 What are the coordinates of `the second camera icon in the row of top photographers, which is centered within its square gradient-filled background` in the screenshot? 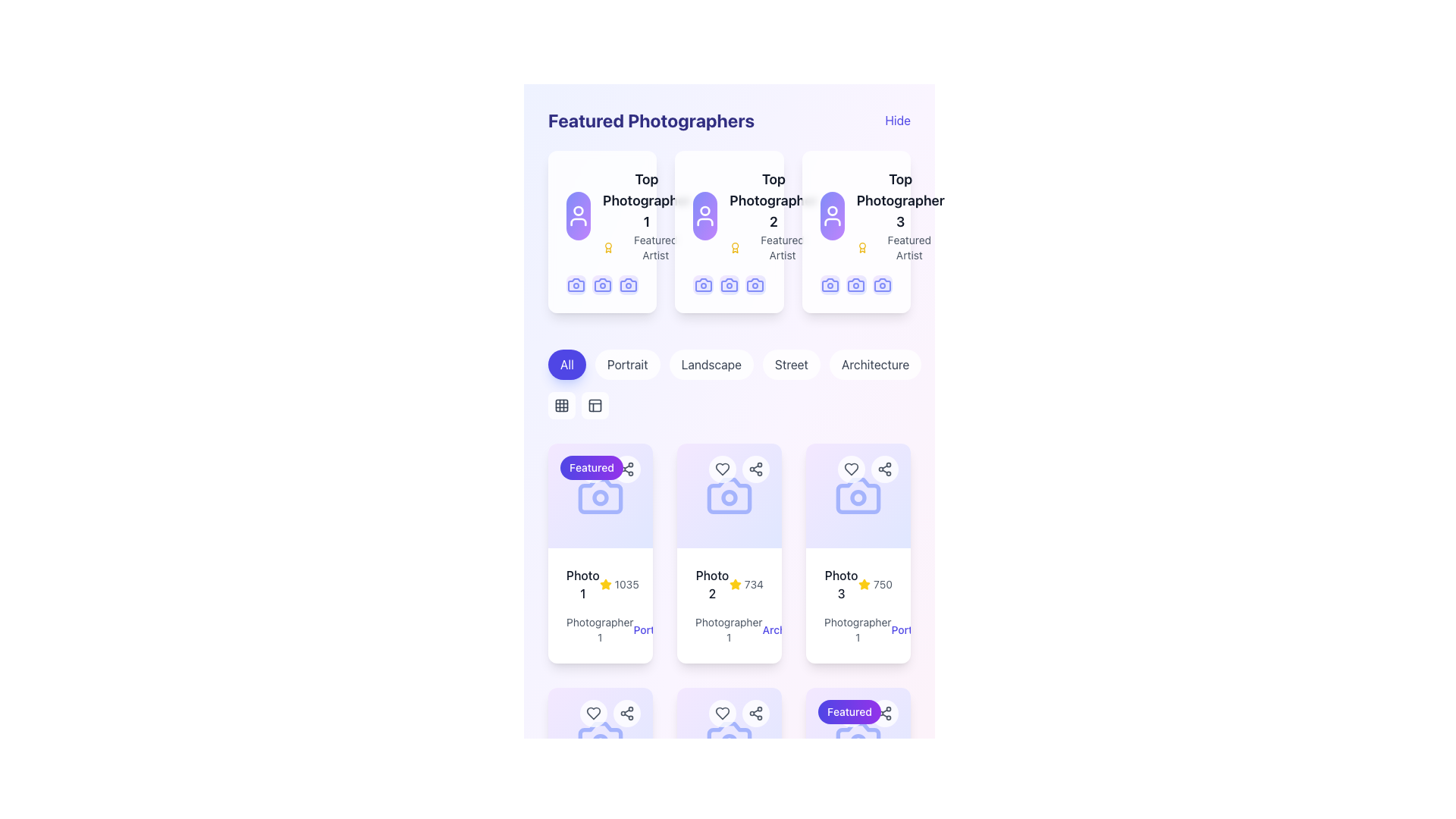 It's located at (729, 285).